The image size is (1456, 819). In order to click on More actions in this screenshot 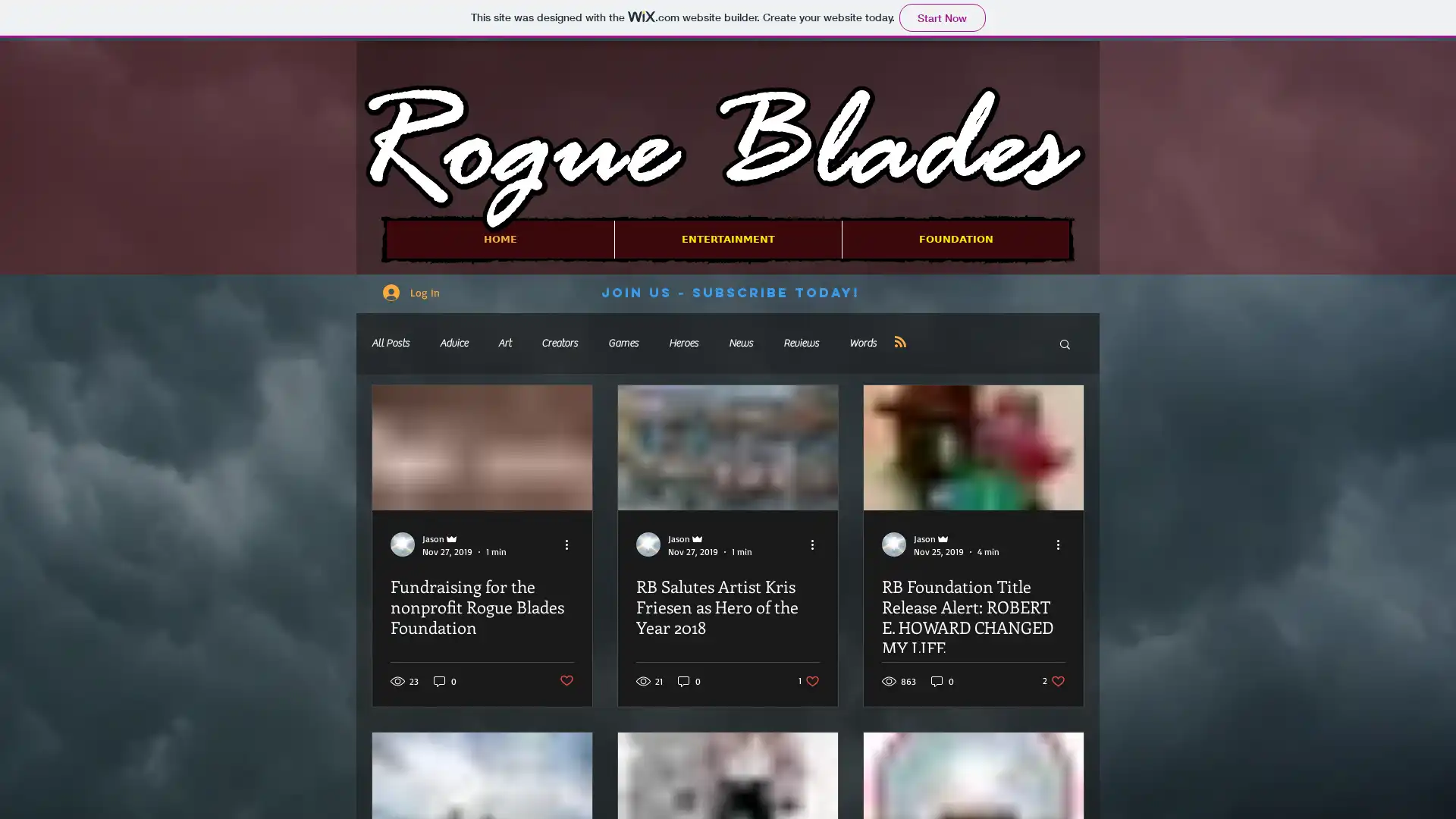, I will do `click(570, 543)`.